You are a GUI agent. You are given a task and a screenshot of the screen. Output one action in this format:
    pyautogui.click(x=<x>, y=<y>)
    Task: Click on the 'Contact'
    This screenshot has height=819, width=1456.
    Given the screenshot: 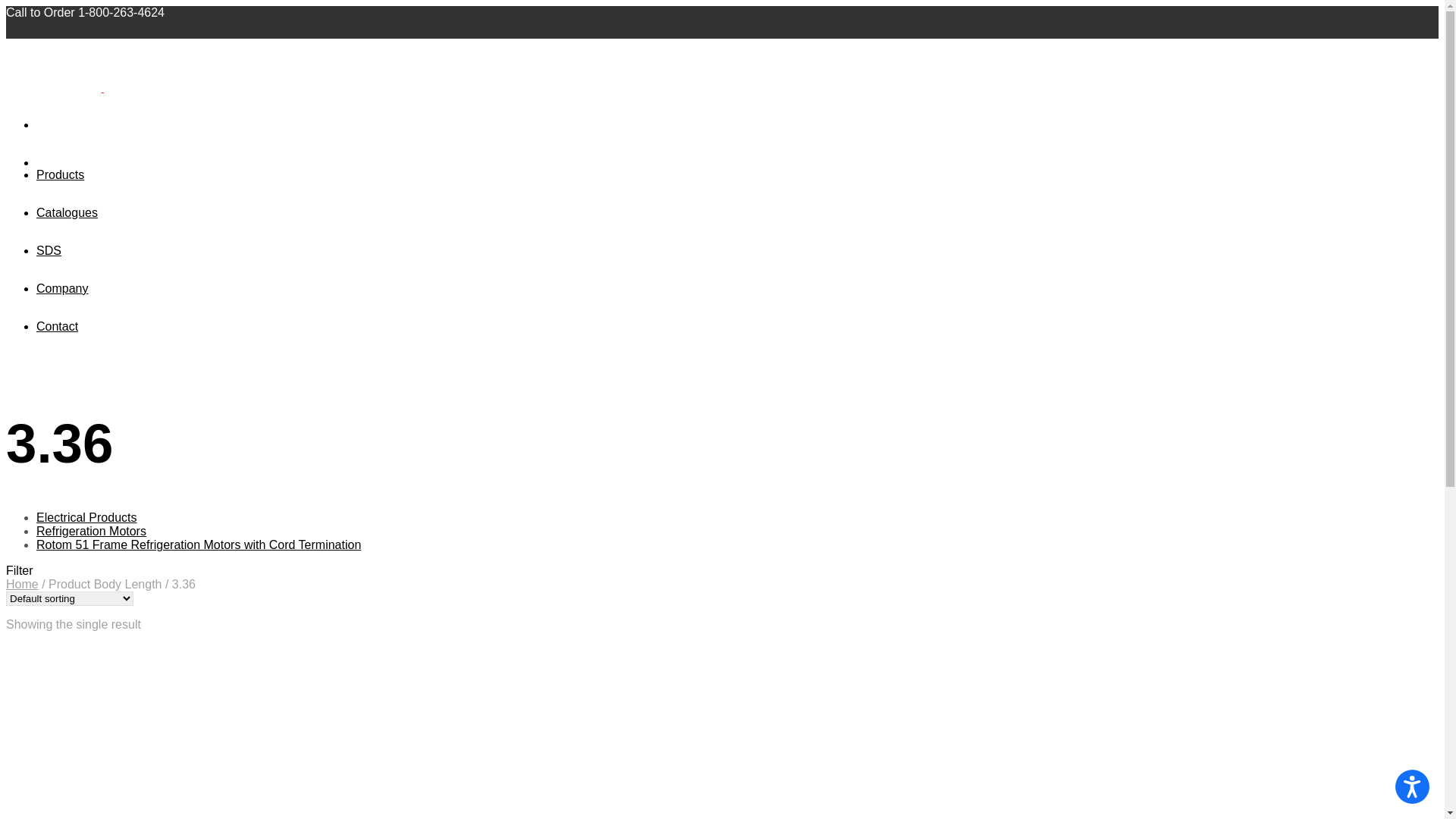 What is the action you would take?
    pyautogui.click(x=36, y=325)
    